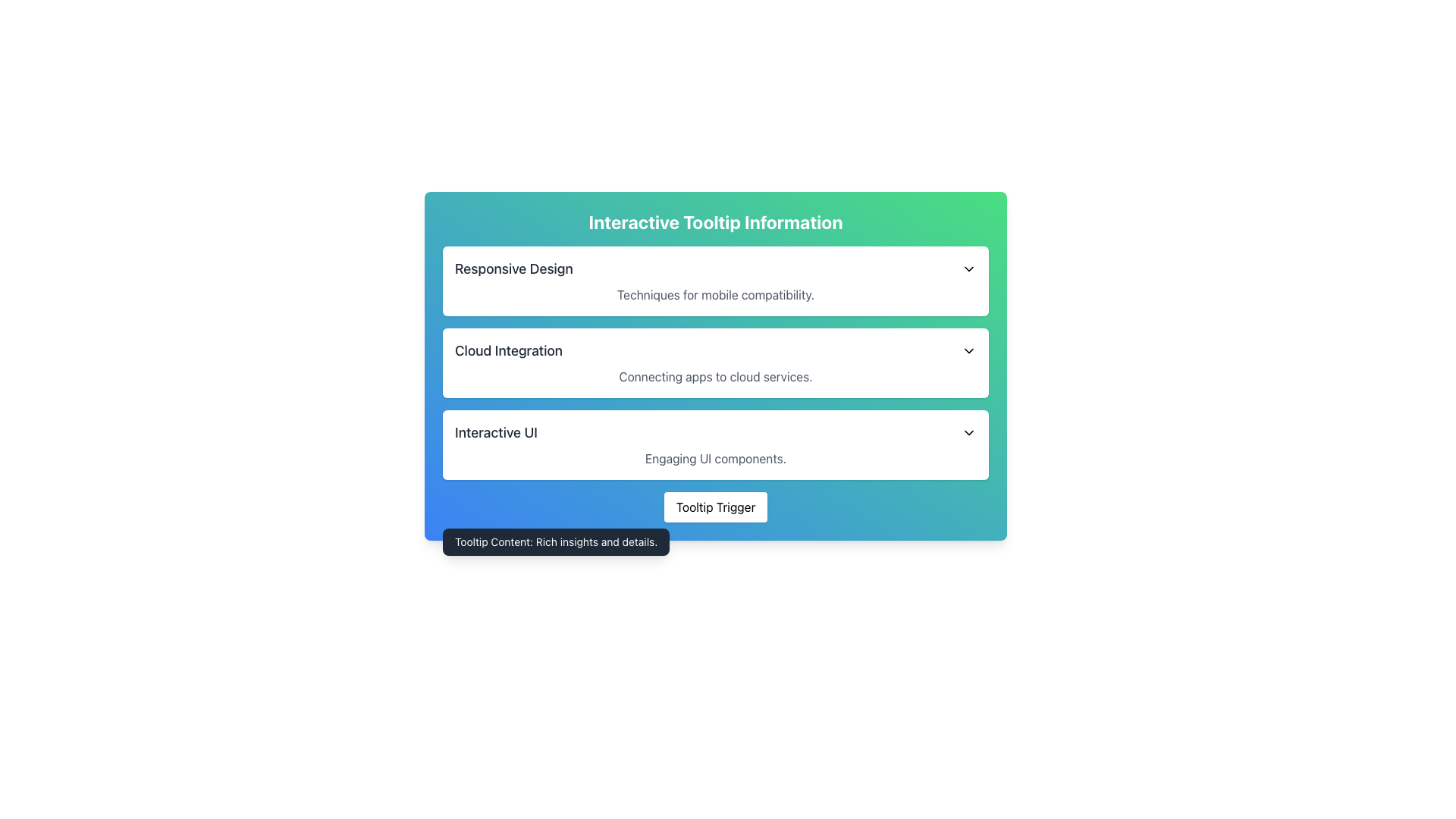 Image resolution: width=1456 pixels, height=819 pixels. Describe the element at coordinates (968, 432) in the screenshot. I see `the chevron-down icon located to the right of the 'Interactive UI' label` at that location.